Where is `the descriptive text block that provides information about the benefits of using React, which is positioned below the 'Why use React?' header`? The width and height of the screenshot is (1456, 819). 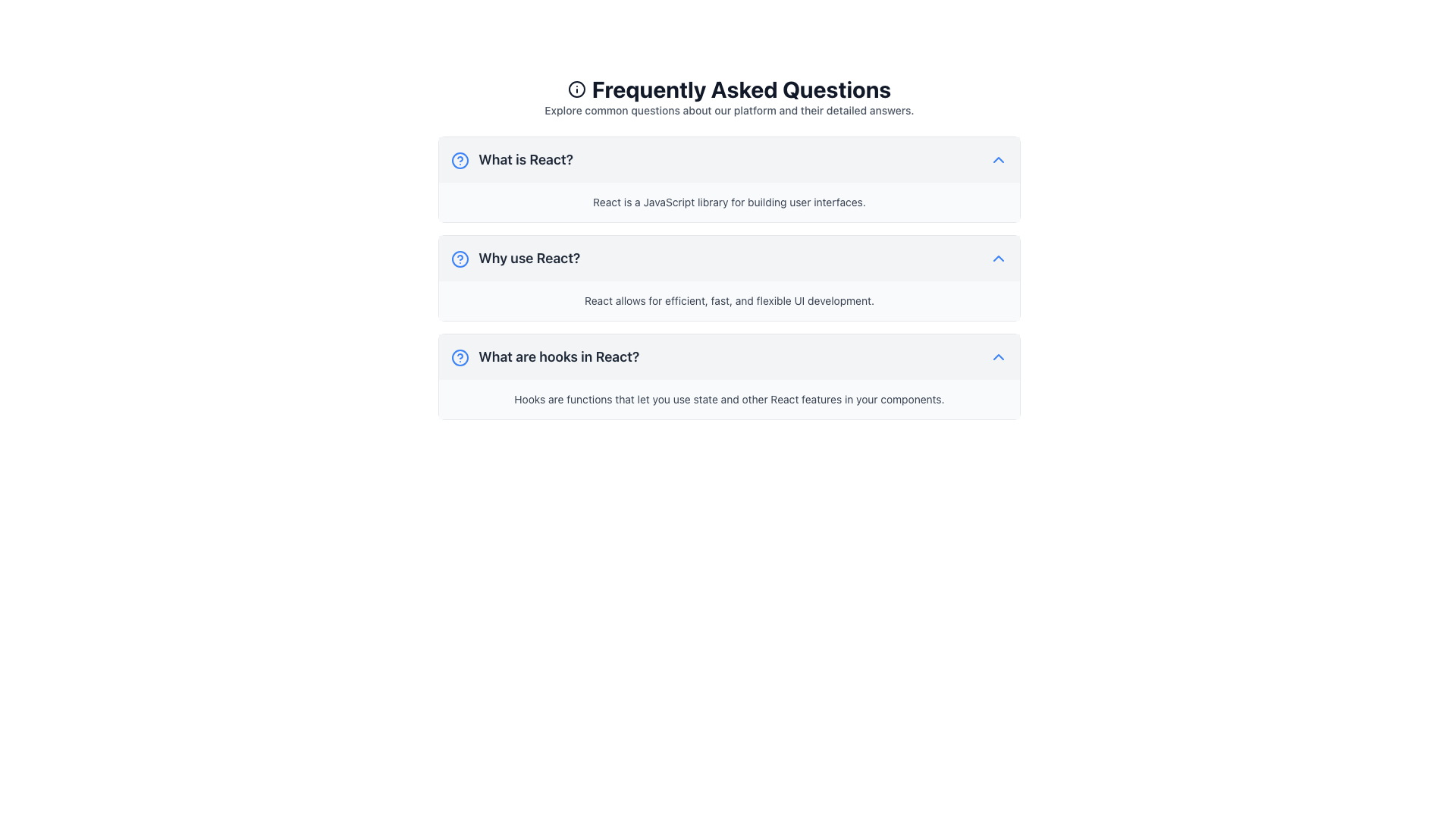
the descriptive text block that provides information about the benefits of using React, which is positioned below the 'Why use React?' header is located at coordinates (729, 301).